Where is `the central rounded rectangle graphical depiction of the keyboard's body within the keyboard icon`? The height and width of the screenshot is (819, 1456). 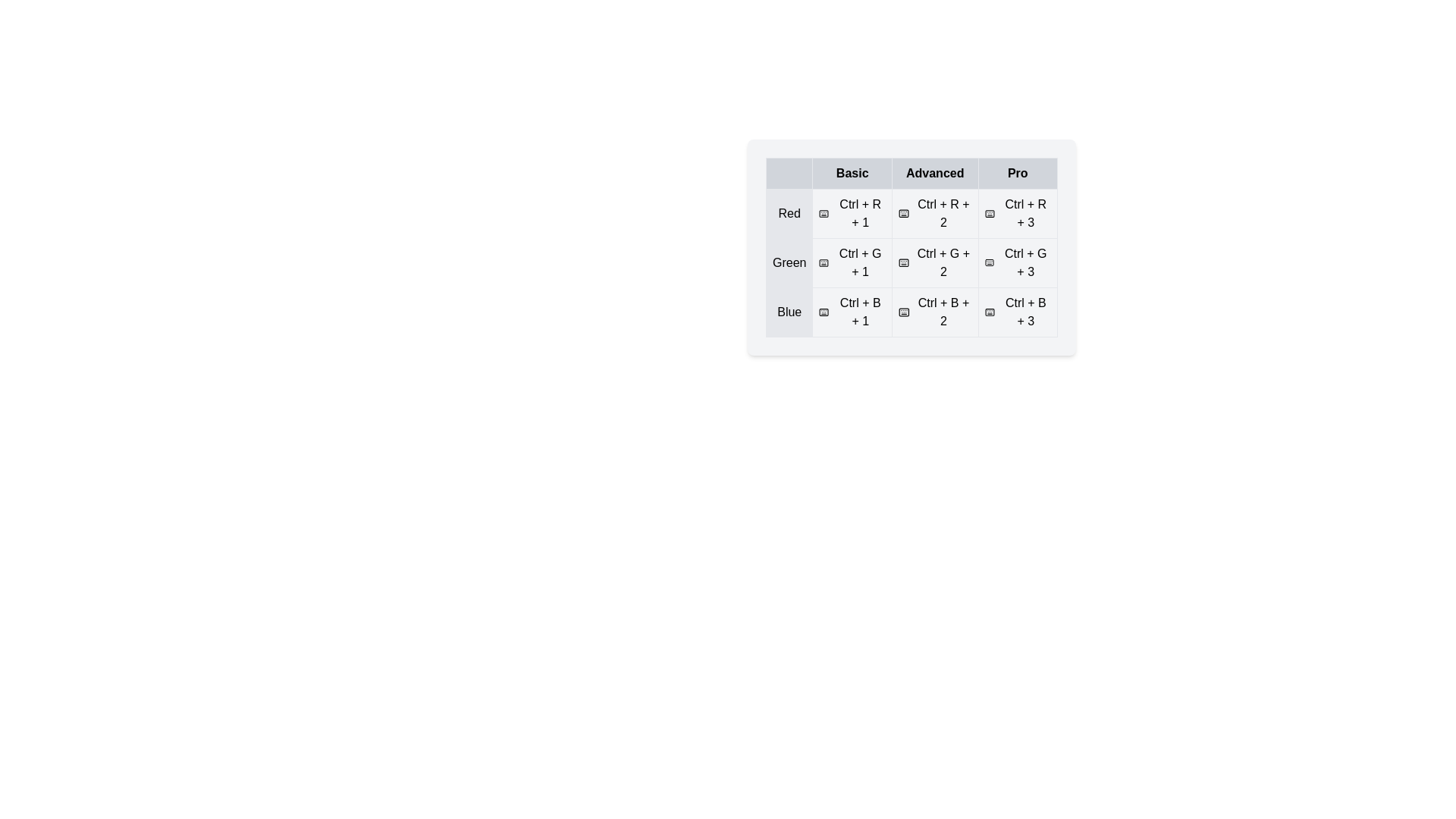 the central rounded rectangle graphical depiction of the keyboard's body within the keyboard icon is located at coordinates (823, 213).